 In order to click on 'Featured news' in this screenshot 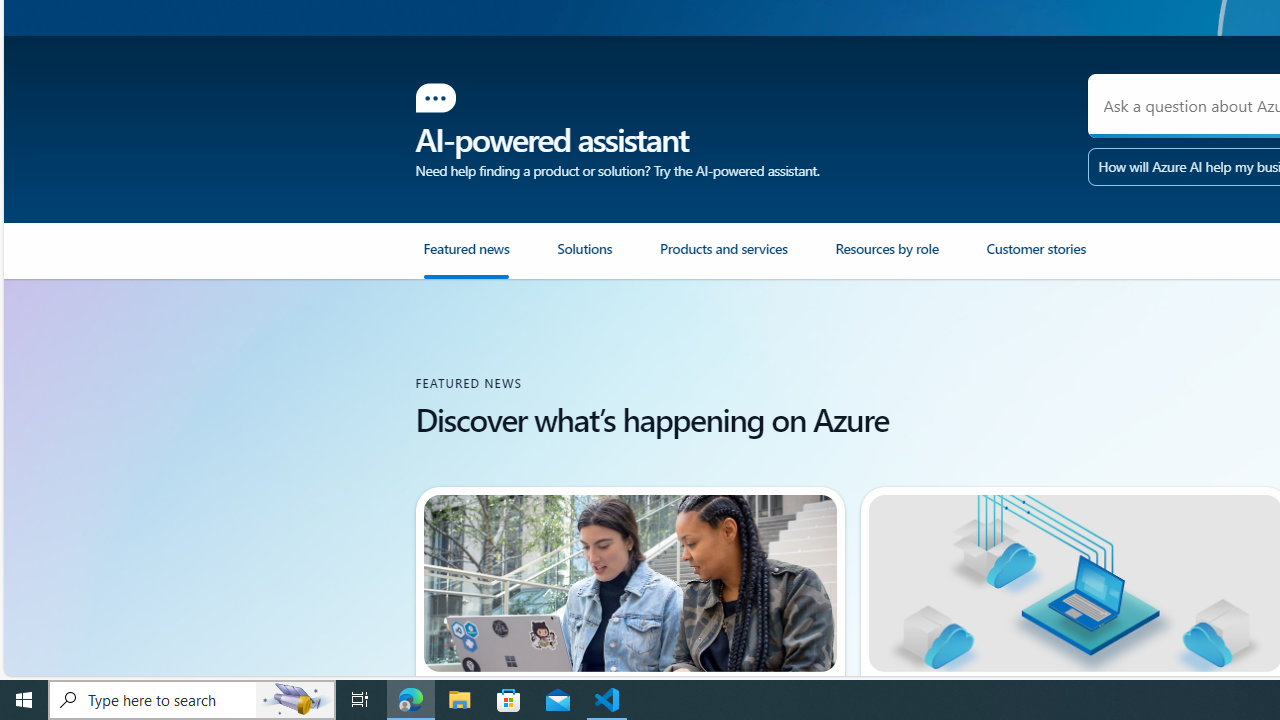, I will do `click(488, 258)`.